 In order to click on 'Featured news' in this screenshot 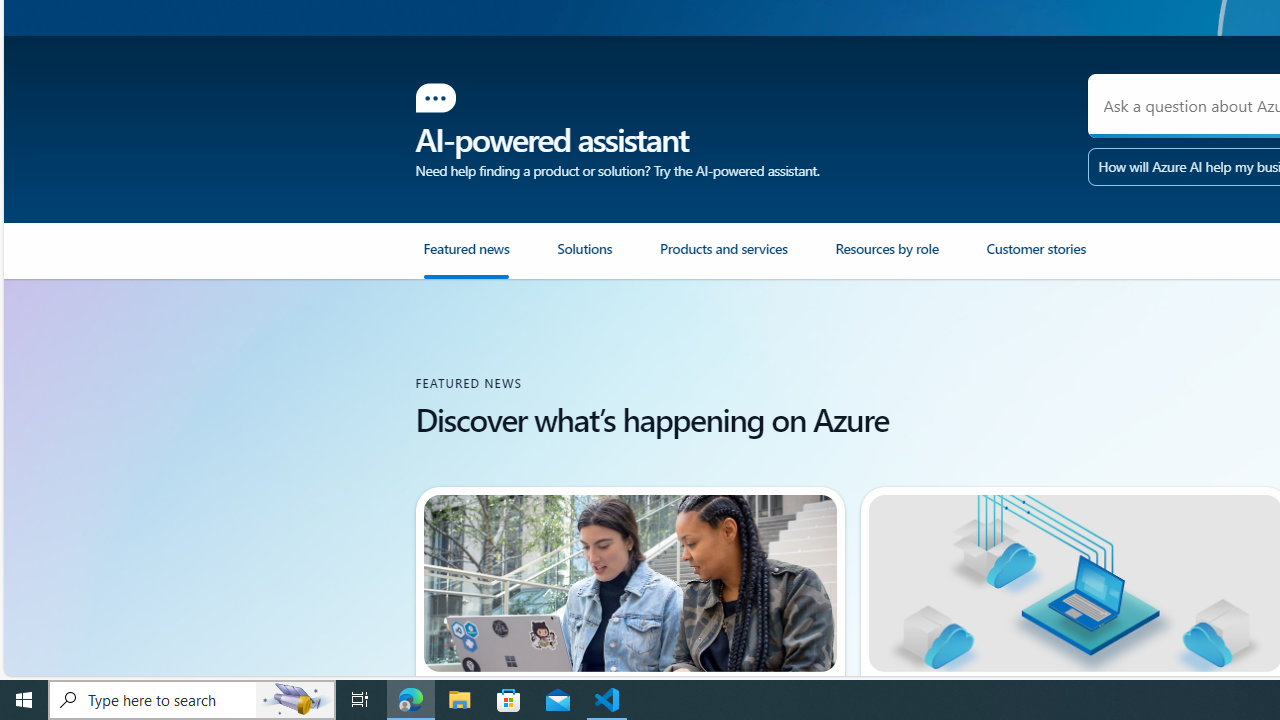, I will do `click(488, 258)`.